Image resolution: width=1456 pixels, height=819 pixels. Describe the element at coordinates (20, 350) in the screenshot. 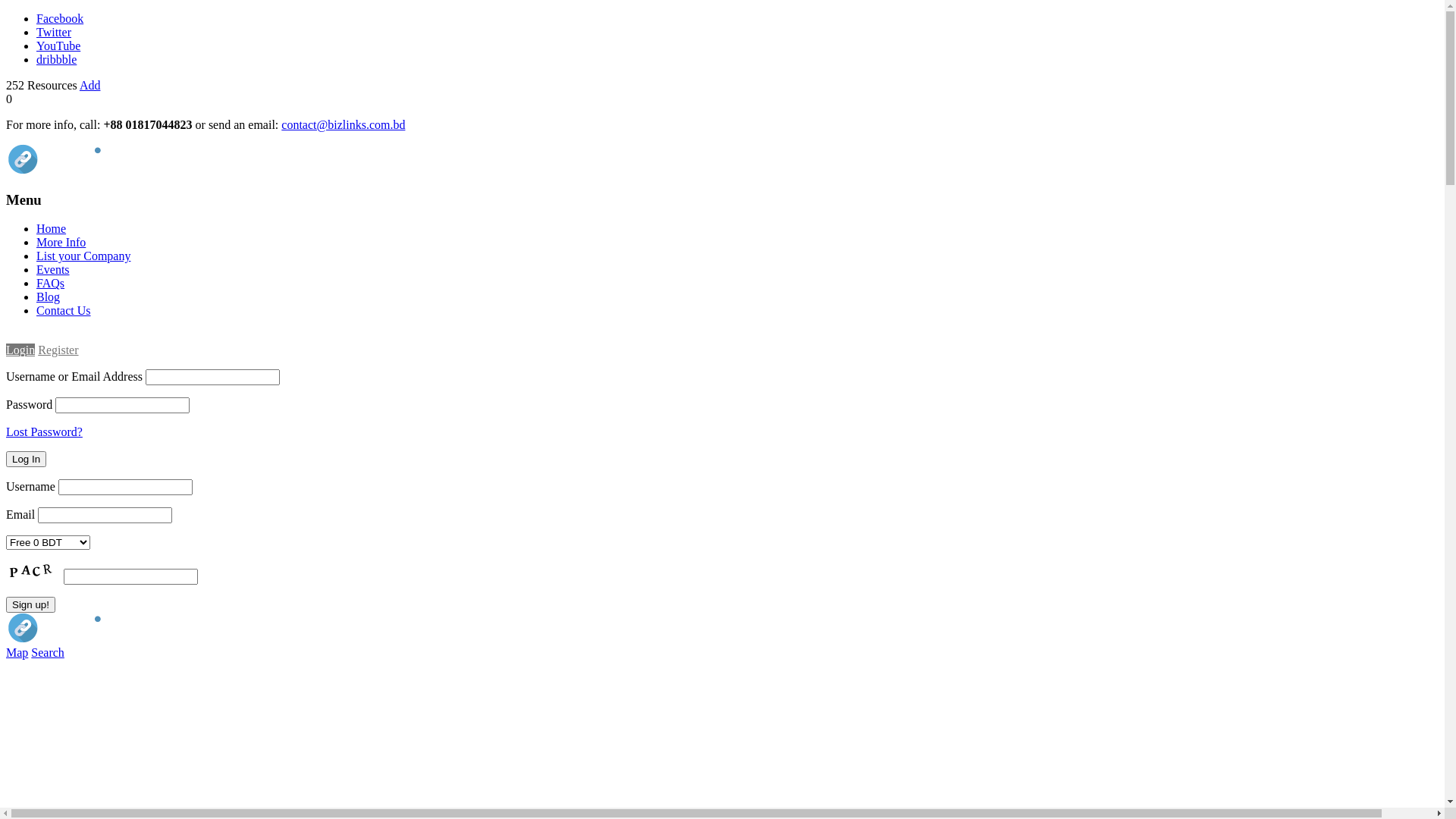

I see `'Login'` at that location.